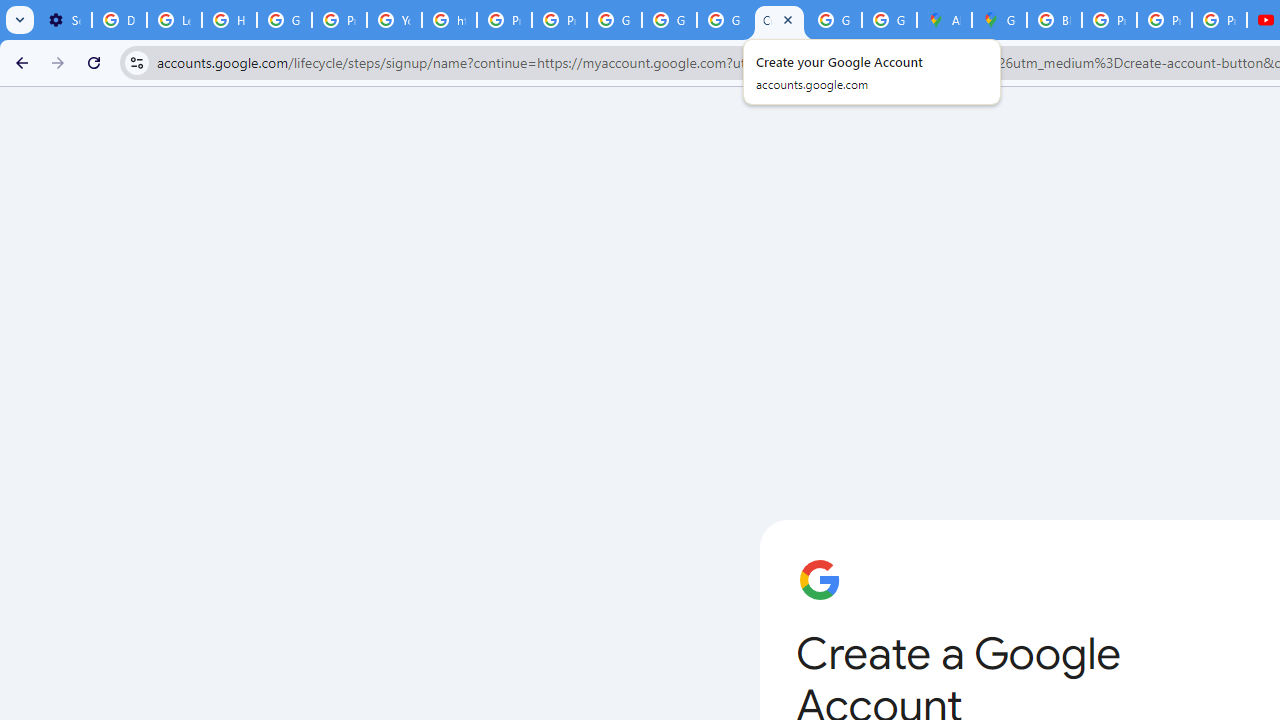  What do you see at coordinates (999, 20) in the screenshot?
I see `'Google Maps'` at bounding box center [999, 20].